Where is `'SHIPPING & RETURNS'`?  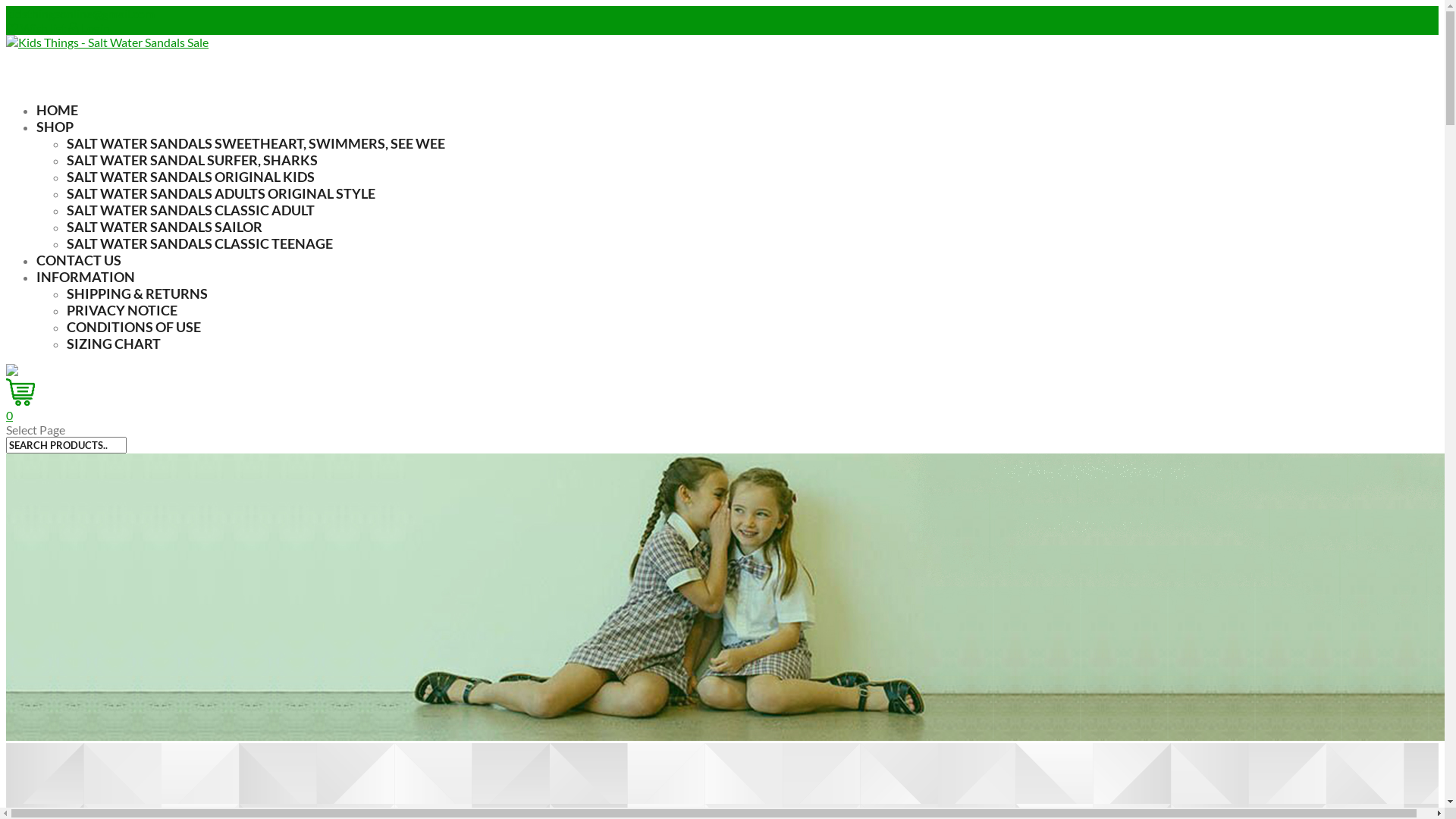 'SHIPPING & RETURNS' is located at coordinates (65, 293).